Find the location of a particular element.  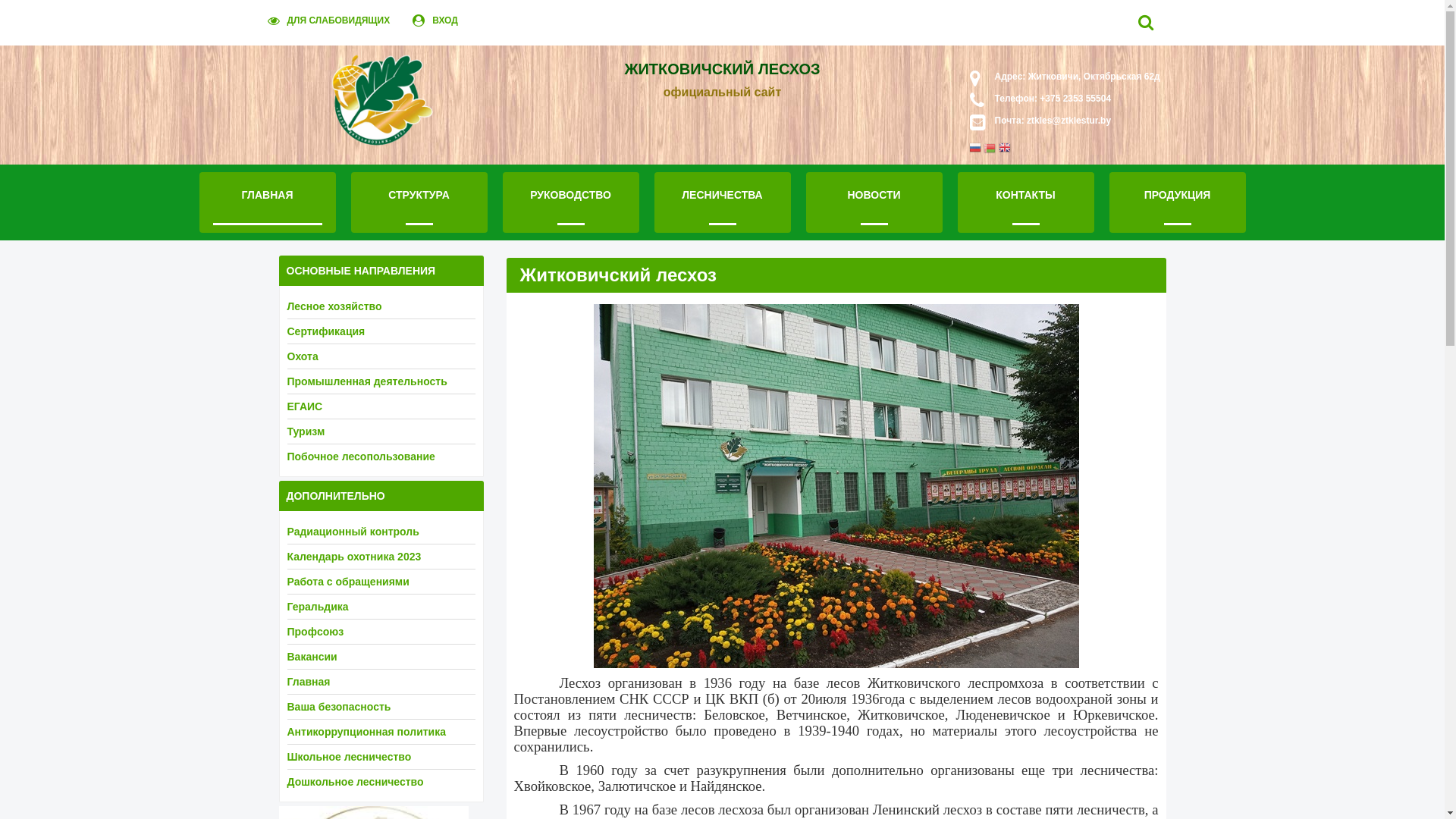

'+375 2353 55504' is located at coordinates (1037, 99).